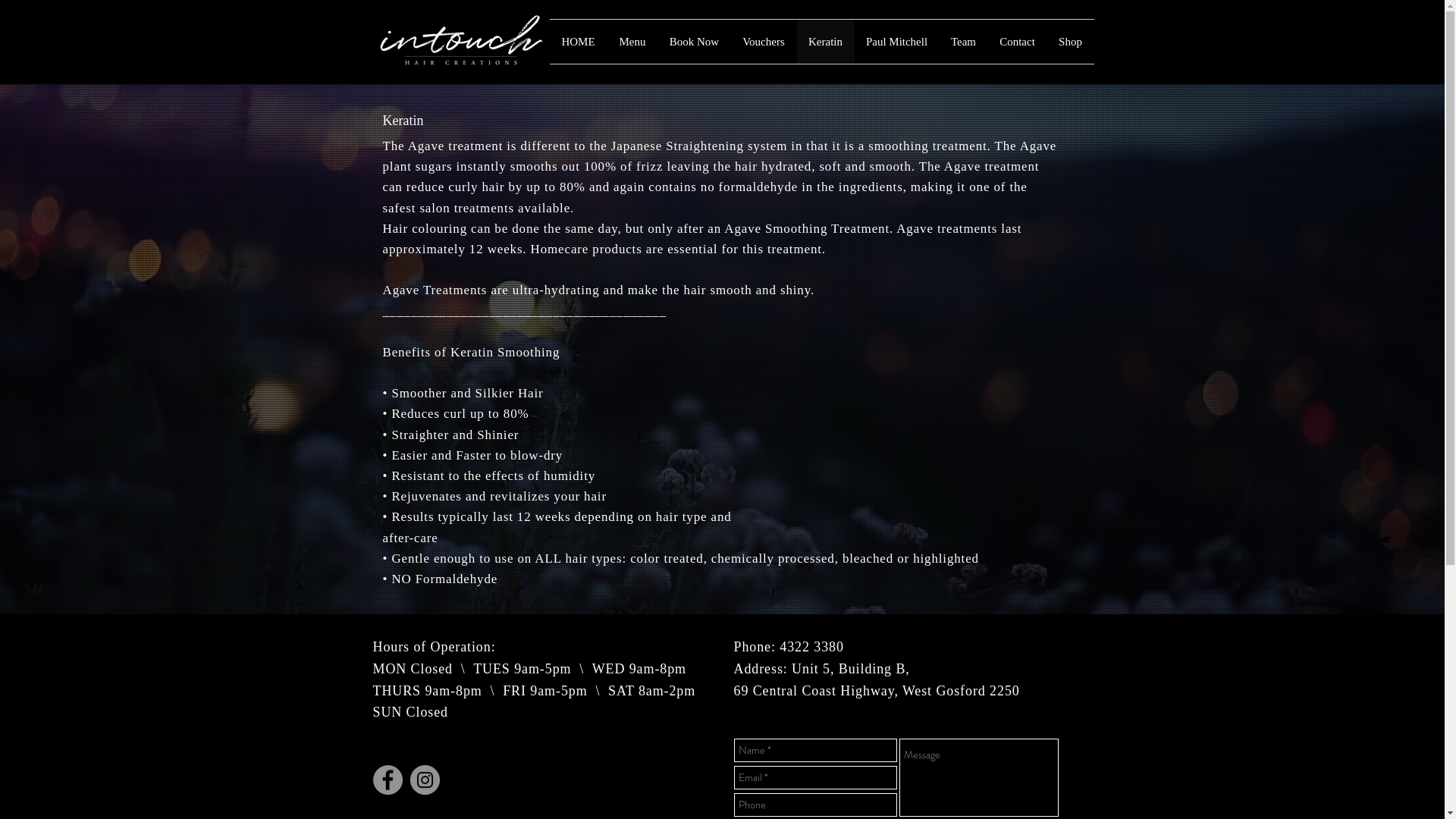 This screenshot has width=1456, height=819. Describe the element at coordinates (824, 40) in the screenshot. I see `'Keratin'` at that location.